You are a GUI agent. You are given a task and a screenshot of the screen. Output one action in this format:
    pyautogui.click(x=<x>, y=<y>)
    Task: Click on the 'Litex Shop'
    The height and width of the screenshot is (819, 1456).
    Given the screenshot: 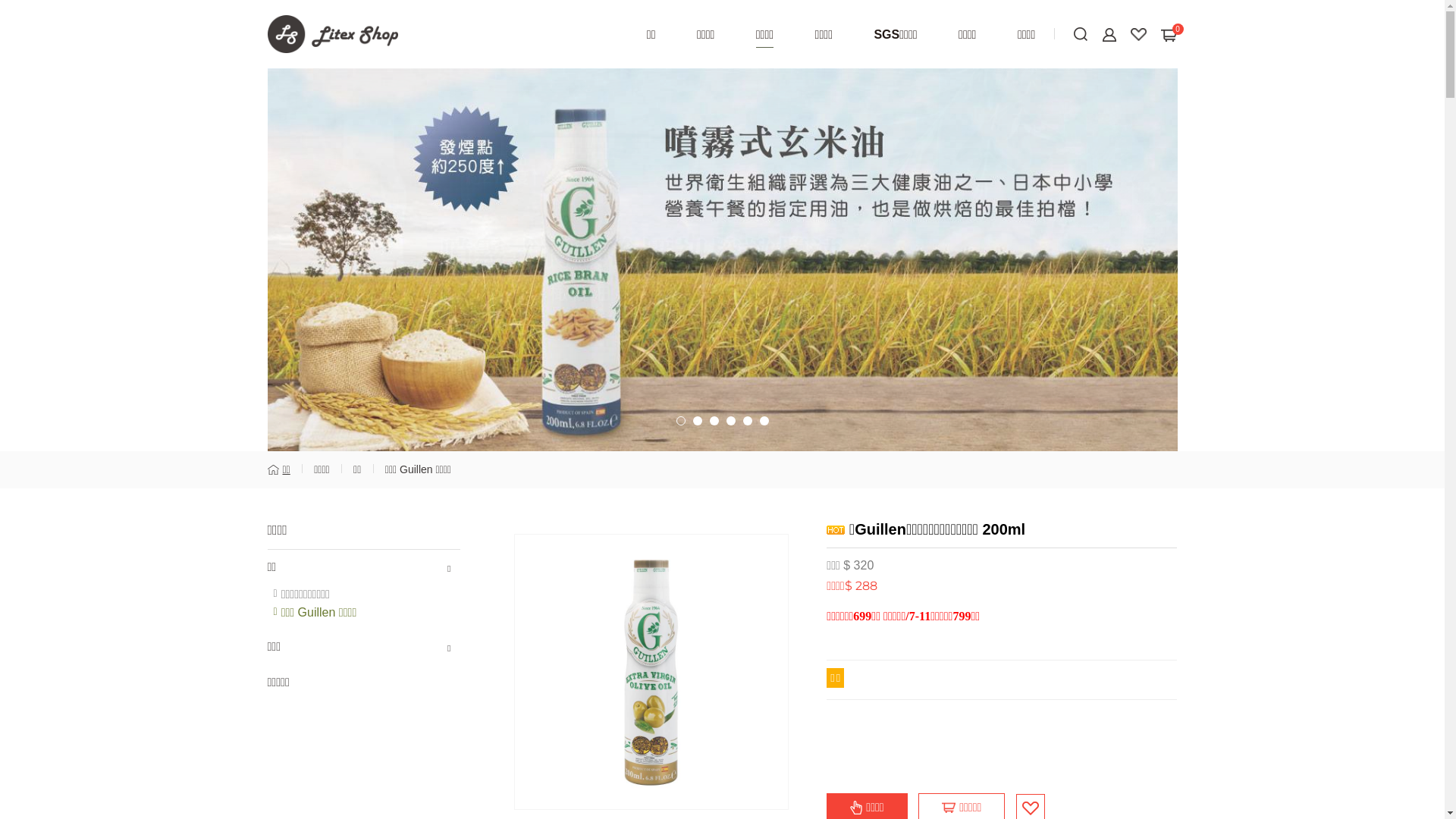 What is the action you would take?
    pyautogui.click(x=331, y=34)
    